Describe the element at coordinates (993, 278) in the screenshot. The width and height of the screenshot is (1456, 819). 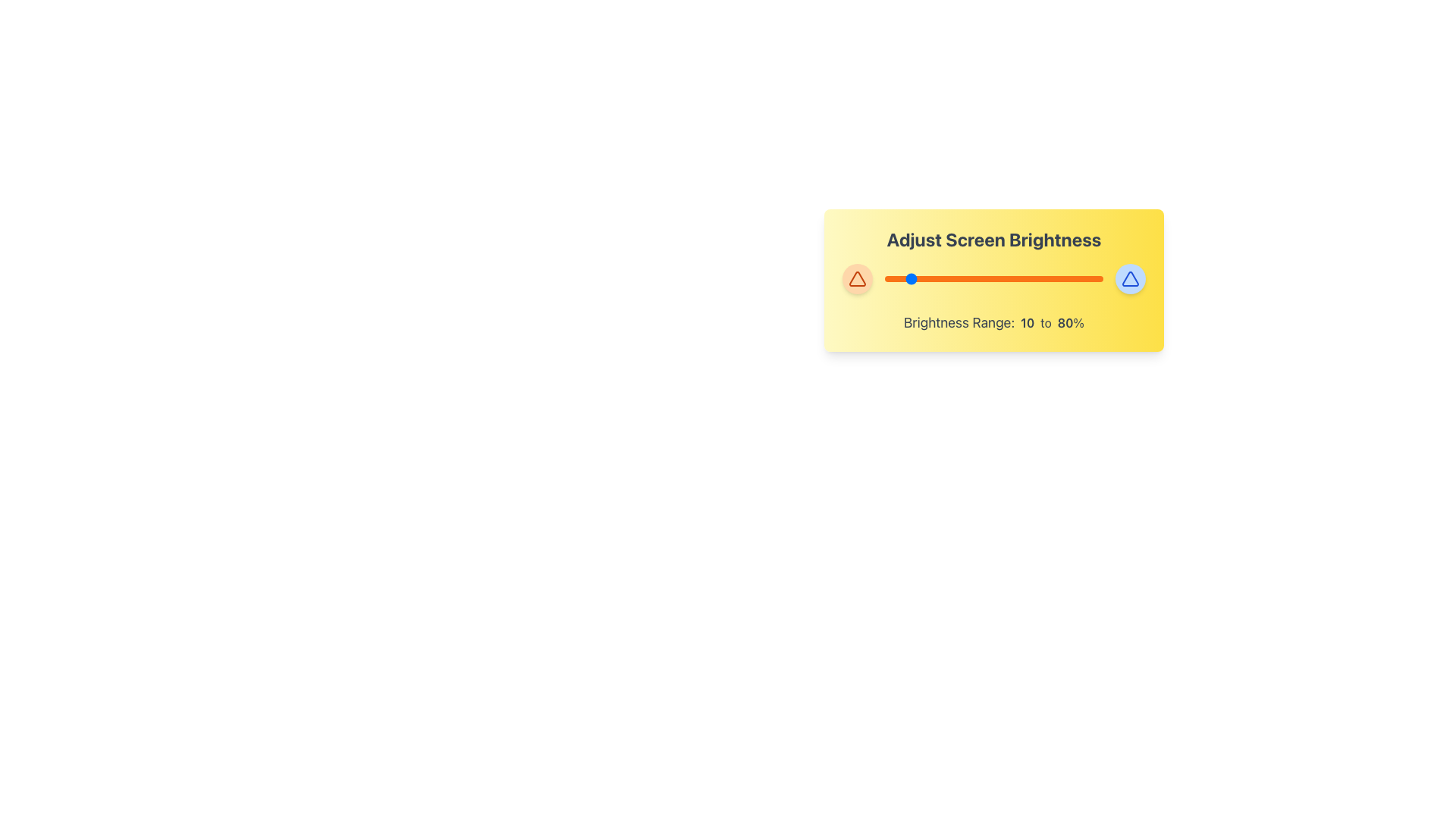
I see `the brightness level` at that location.